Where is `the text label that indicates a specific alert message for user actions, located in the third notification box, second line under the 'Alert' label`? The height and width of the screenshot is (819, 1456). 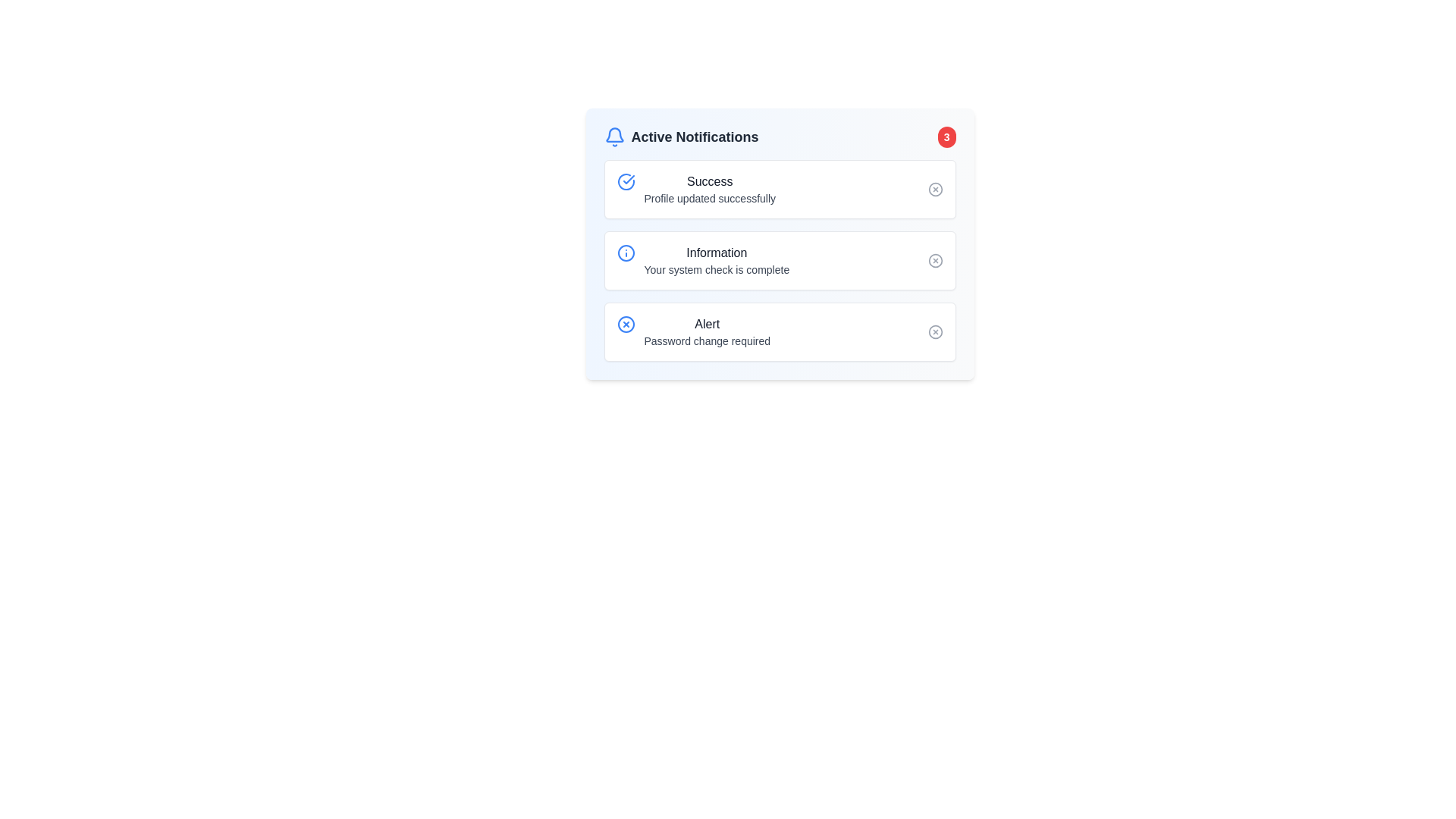 the text label that indicates a specific alert message for user actions, located in the third notification box, second line under the 'Alert' label is located at coordinates (706, 341).